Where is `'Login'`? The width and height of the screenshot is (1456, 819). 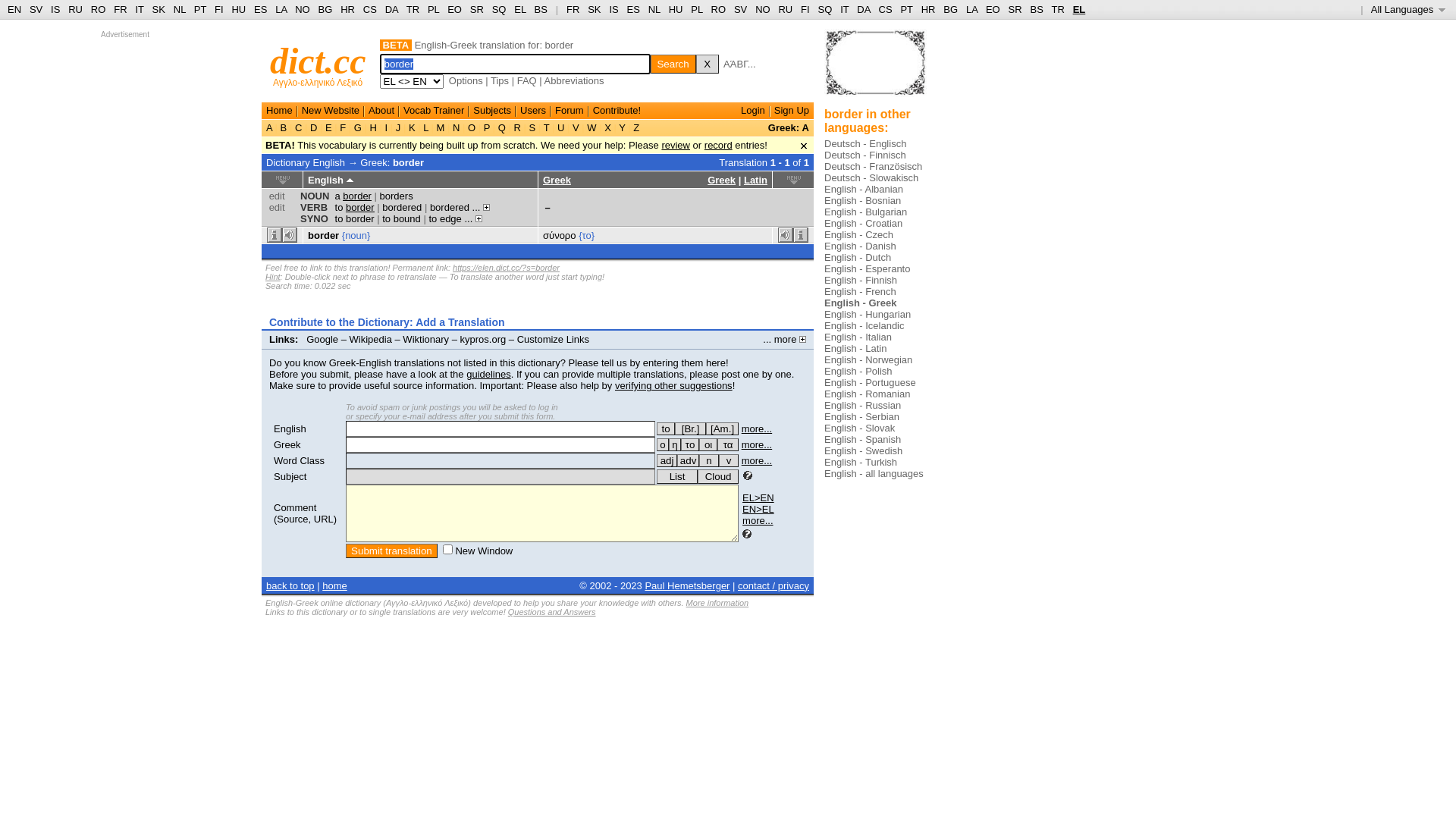 'Login' is located at coordinates (753, 109).